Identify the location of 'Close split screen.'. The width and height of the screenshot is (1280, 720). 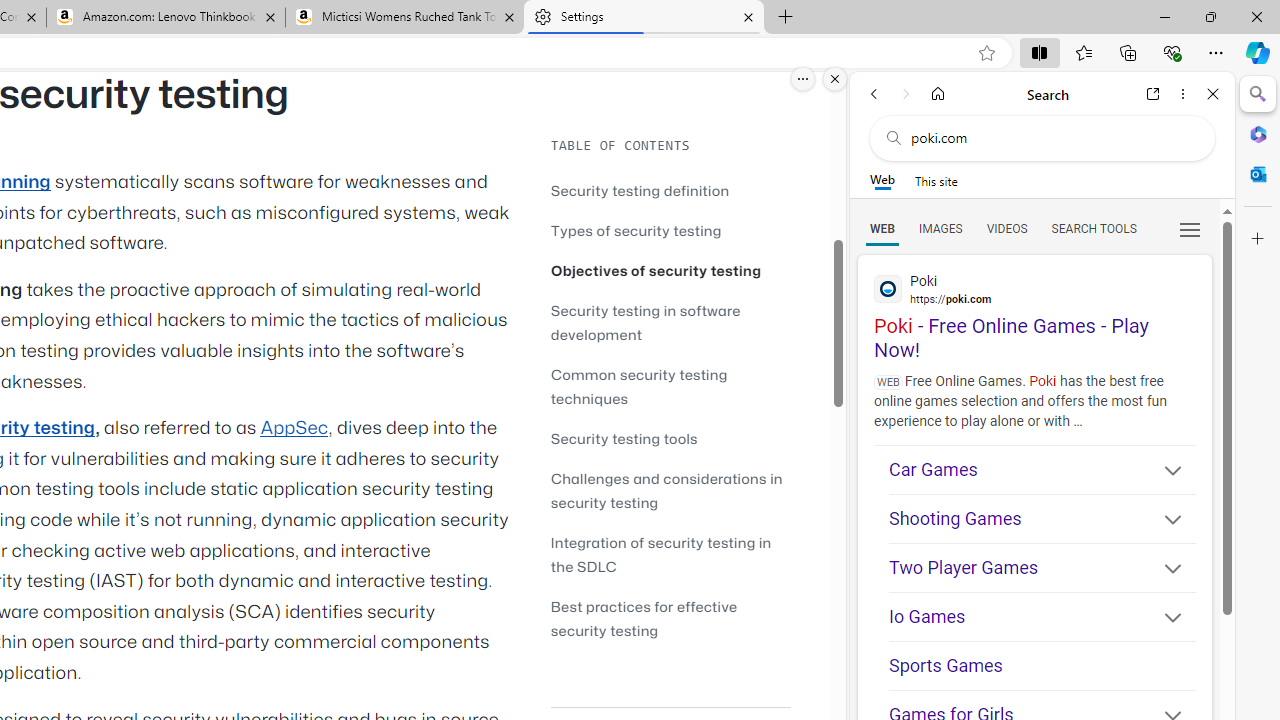
(835, 78).